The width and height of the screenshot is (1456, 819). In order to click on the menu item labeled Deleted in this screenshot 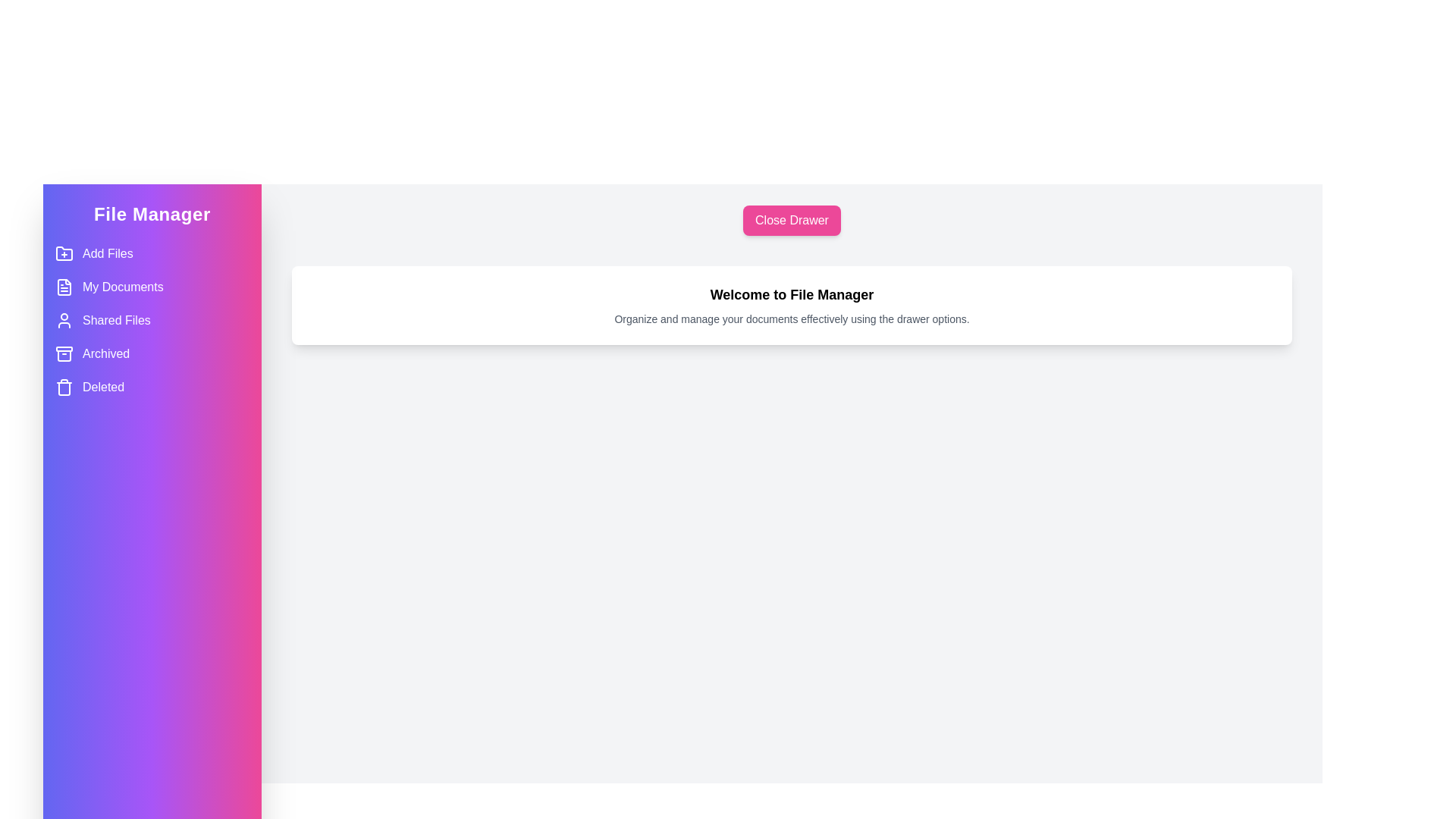, I will do `click(152, 386)`.